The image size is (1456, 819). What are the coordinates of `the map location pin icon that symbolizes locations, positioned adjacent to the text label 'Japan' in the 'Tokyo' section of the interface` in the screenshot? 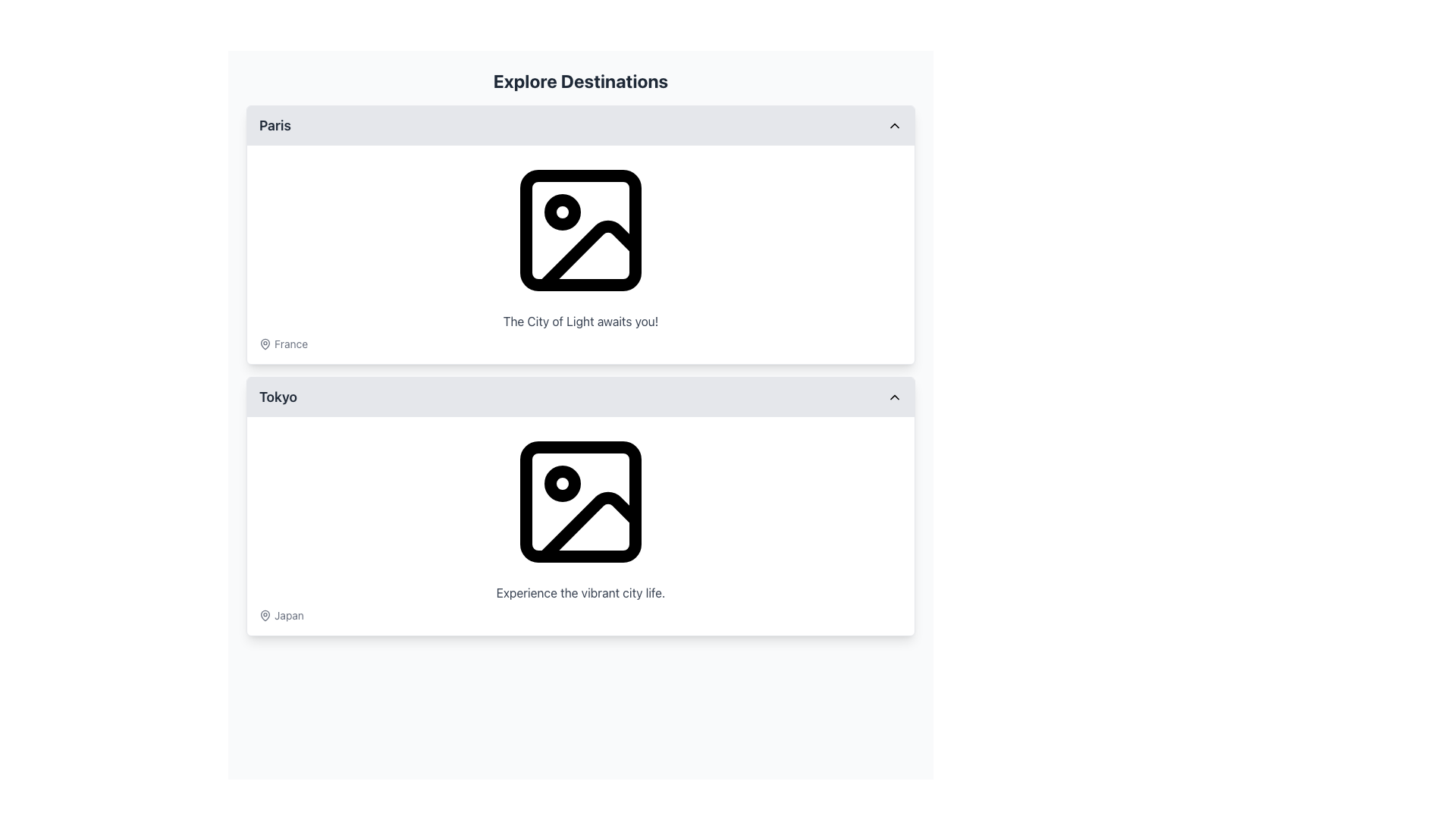 It's located at (265, 616).